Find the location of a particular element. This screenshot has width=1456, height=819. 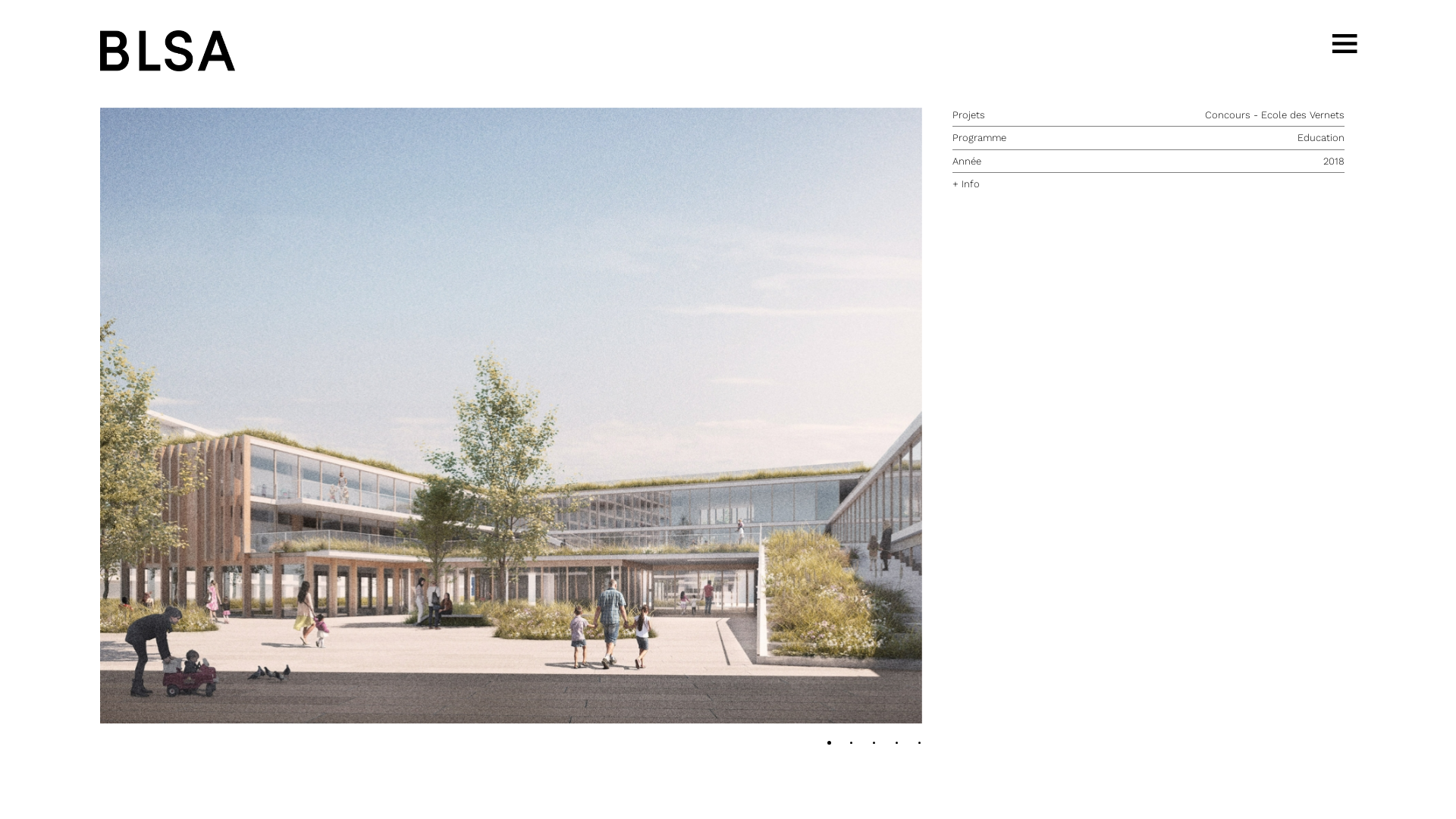

'1' is located at coordinates (854, 745).